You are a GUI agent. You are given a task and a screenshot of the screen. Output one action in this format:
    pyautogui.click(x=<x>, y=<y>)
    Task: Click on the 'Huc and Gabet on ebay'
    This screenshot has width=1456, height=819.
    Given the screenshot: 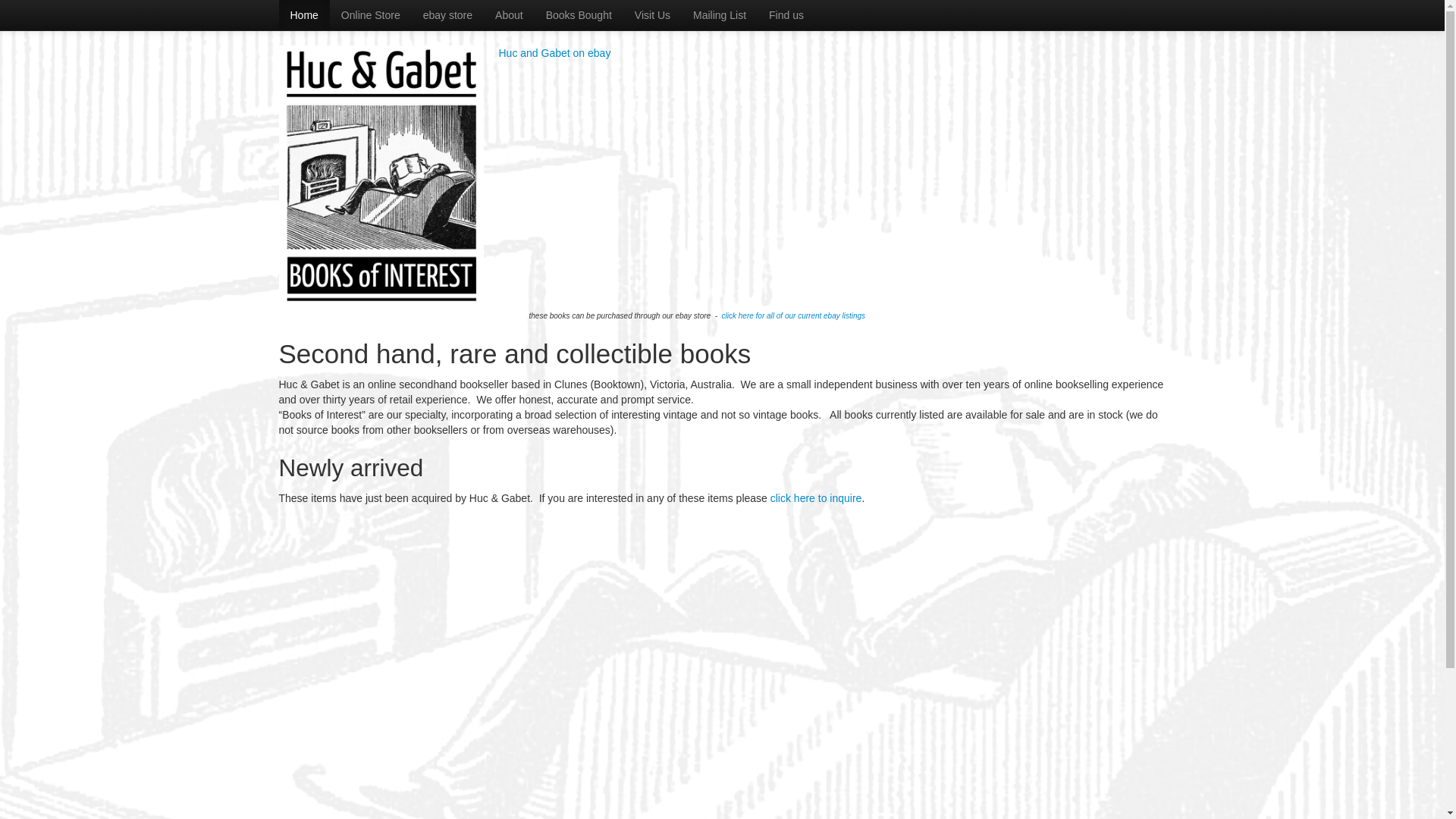 What is the action you would take?
    pyautogui.click(x=498, y=52)
    